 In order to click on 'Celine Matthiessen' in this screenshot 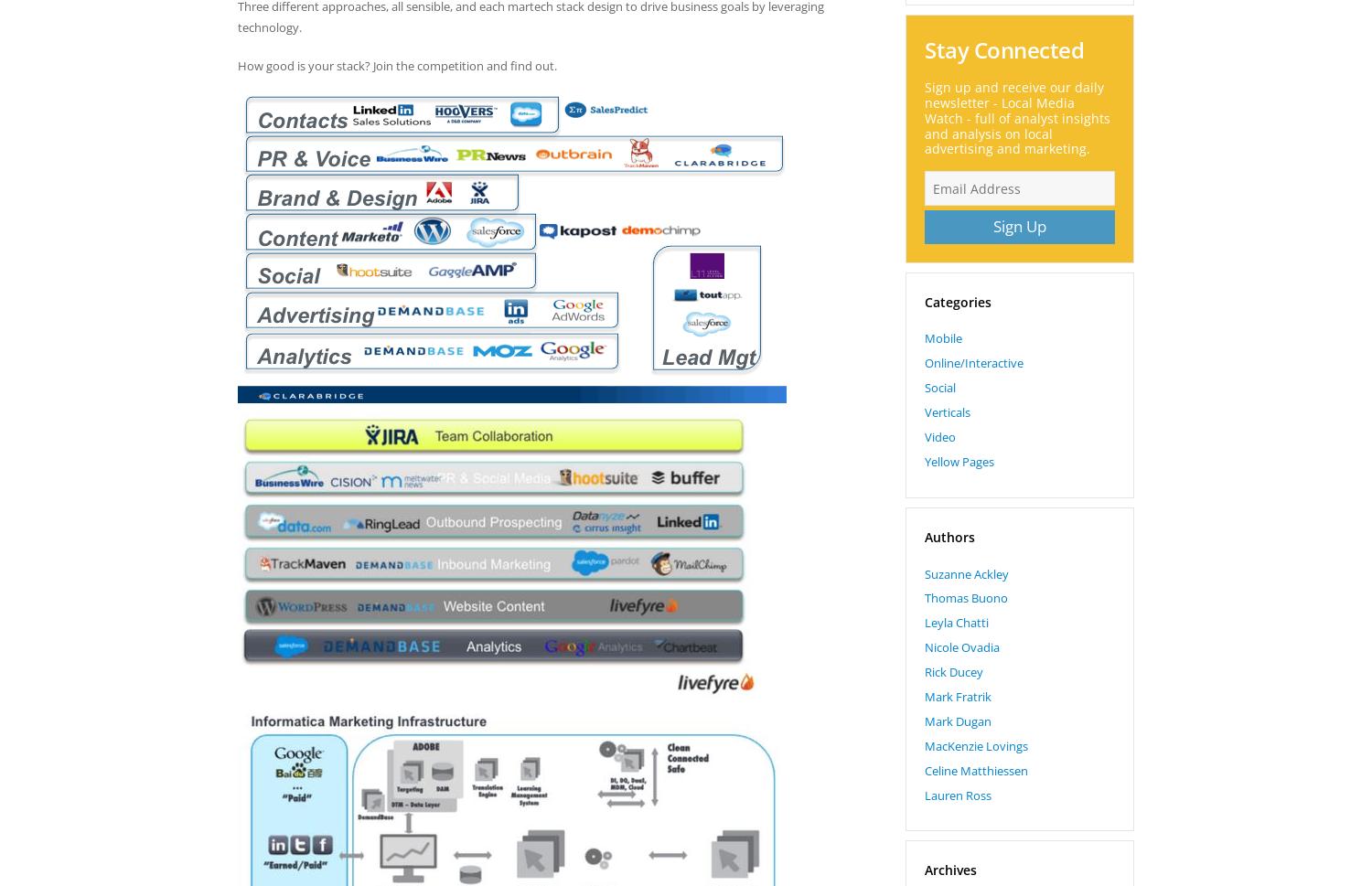, I will do `click(975, 768)`.